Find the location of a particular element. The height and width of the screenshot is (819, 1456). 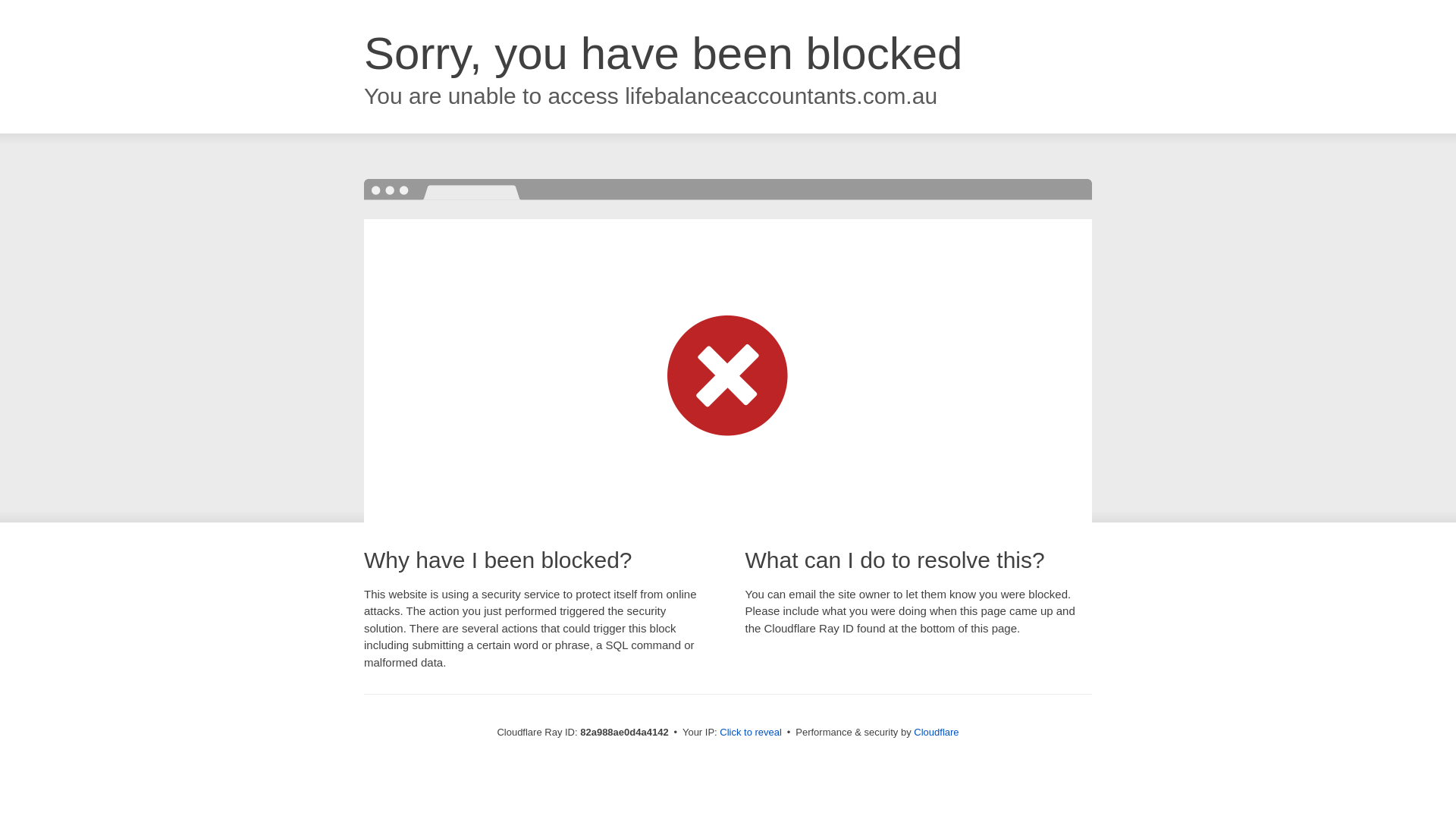

'Click to reveal' is located at coordinates (750, 731).